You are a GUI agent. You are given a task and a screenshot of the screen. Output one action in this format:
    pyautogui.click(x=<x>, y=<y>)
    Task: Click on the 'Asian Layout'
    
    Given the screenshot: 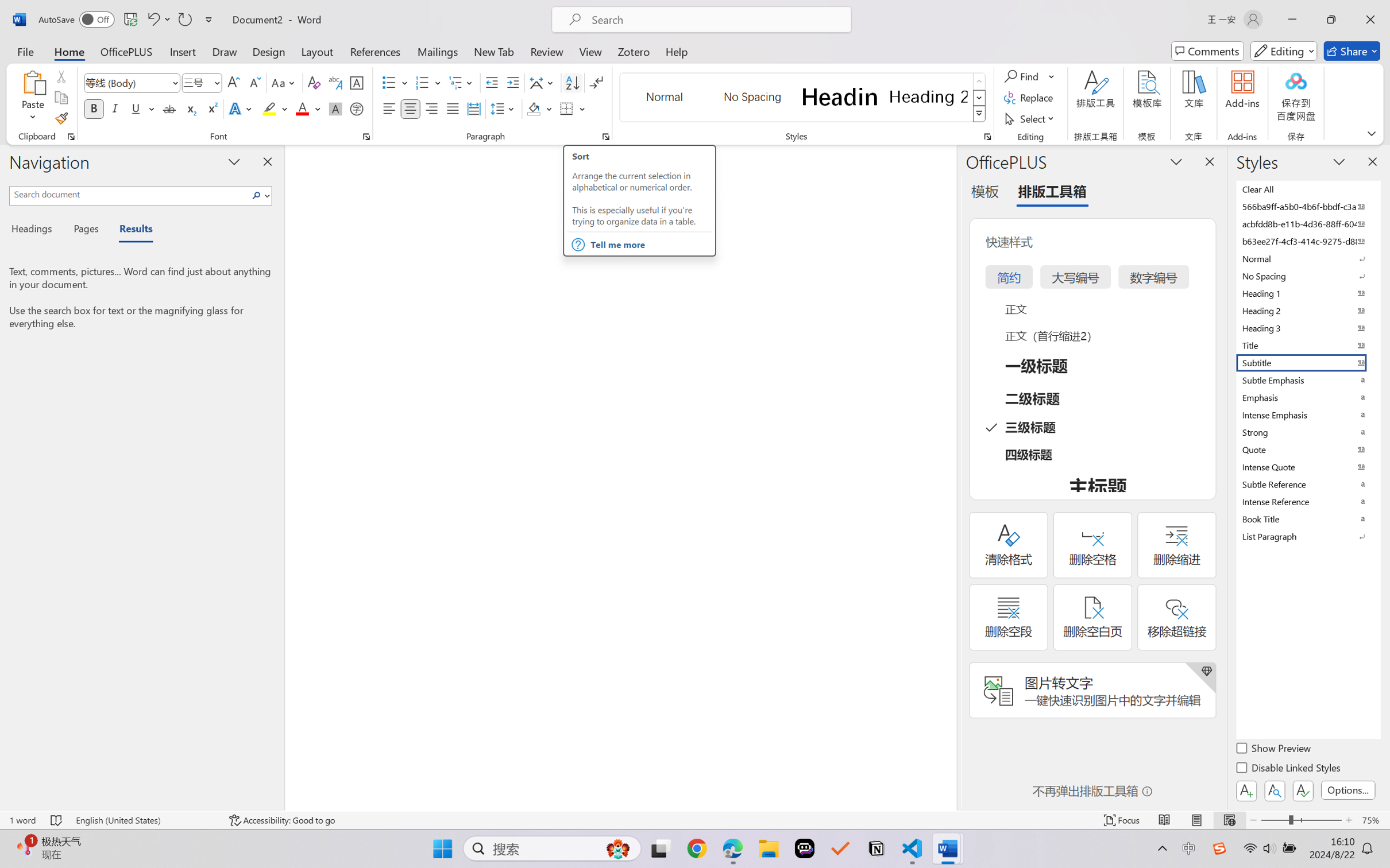 What is the action you would take?
    pyautogui.click(x=542, y=83)
    